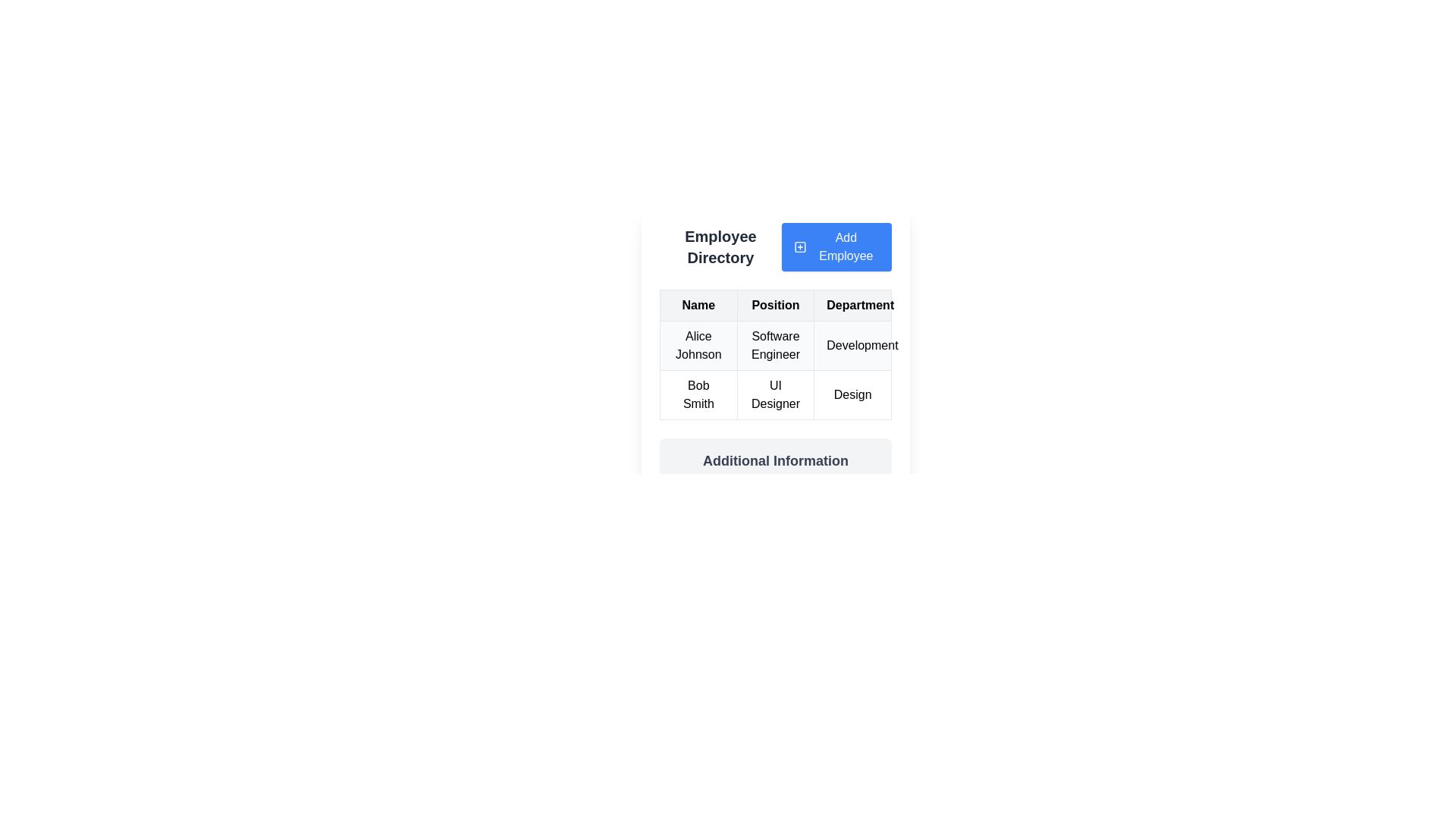 This screenshot has height=819, width=1456. Describe the element at coordinates (852, 345) in the screenshot. I see `department information displayed in the third cell of the first row under the 'Department' column, which shows 'Alice Johnson's department.'` at that location.